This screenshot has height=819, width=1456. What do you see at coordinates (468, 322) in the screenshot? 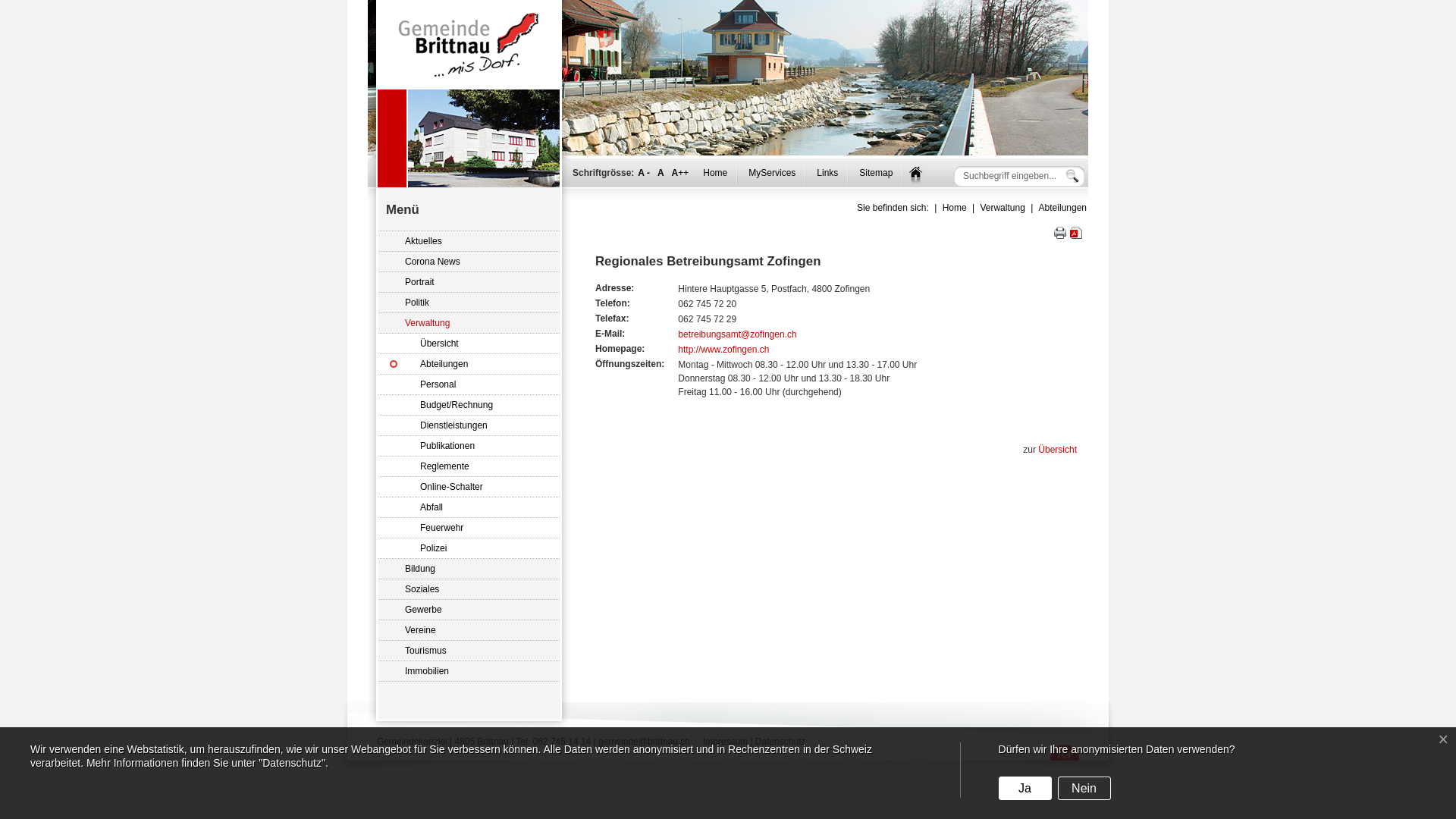
I see `'Verwaltung'` at bounding box center [468, 322].